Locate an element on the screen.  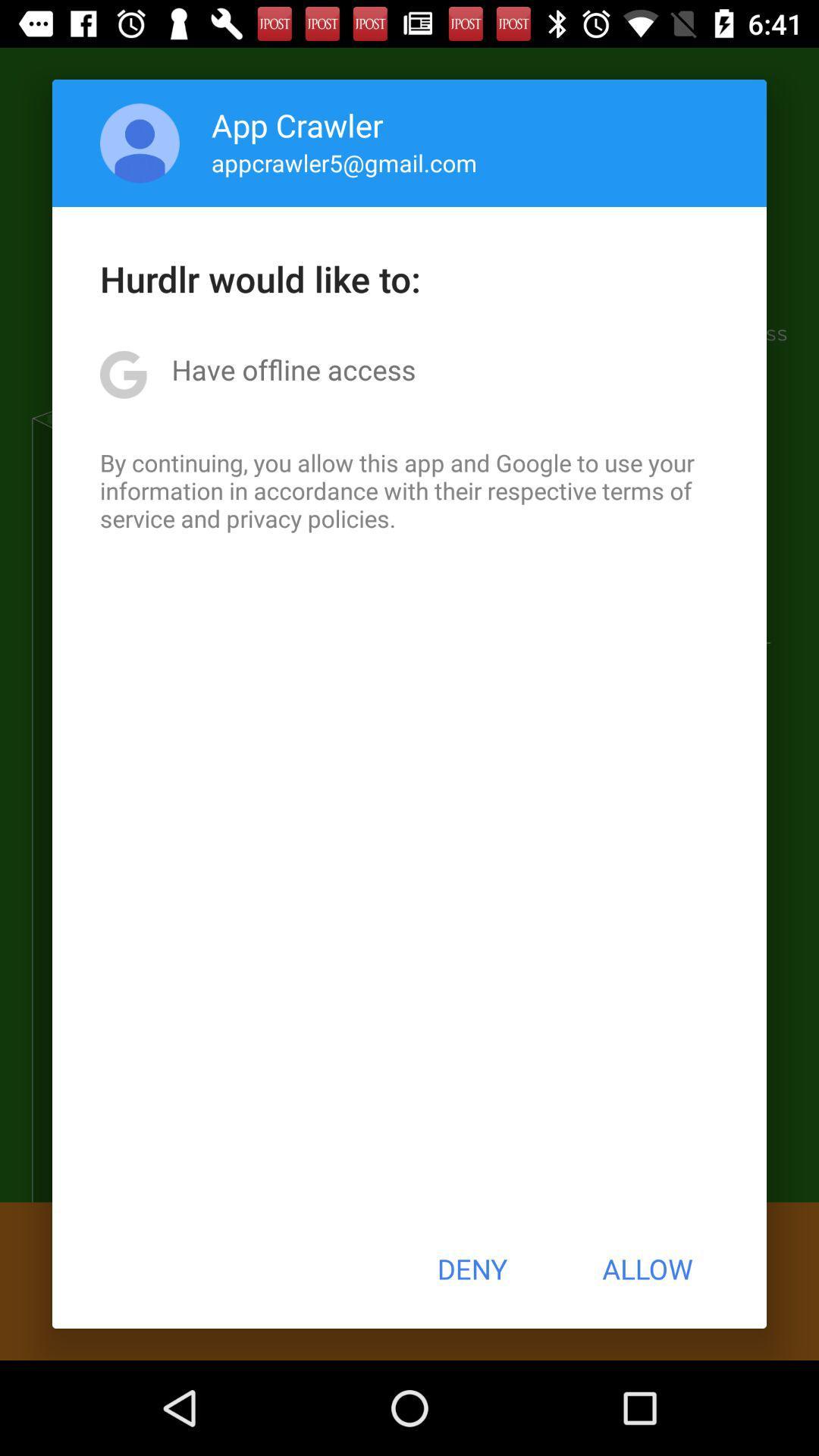
the button to the left of allow item is located at coordinates (471, 1269).